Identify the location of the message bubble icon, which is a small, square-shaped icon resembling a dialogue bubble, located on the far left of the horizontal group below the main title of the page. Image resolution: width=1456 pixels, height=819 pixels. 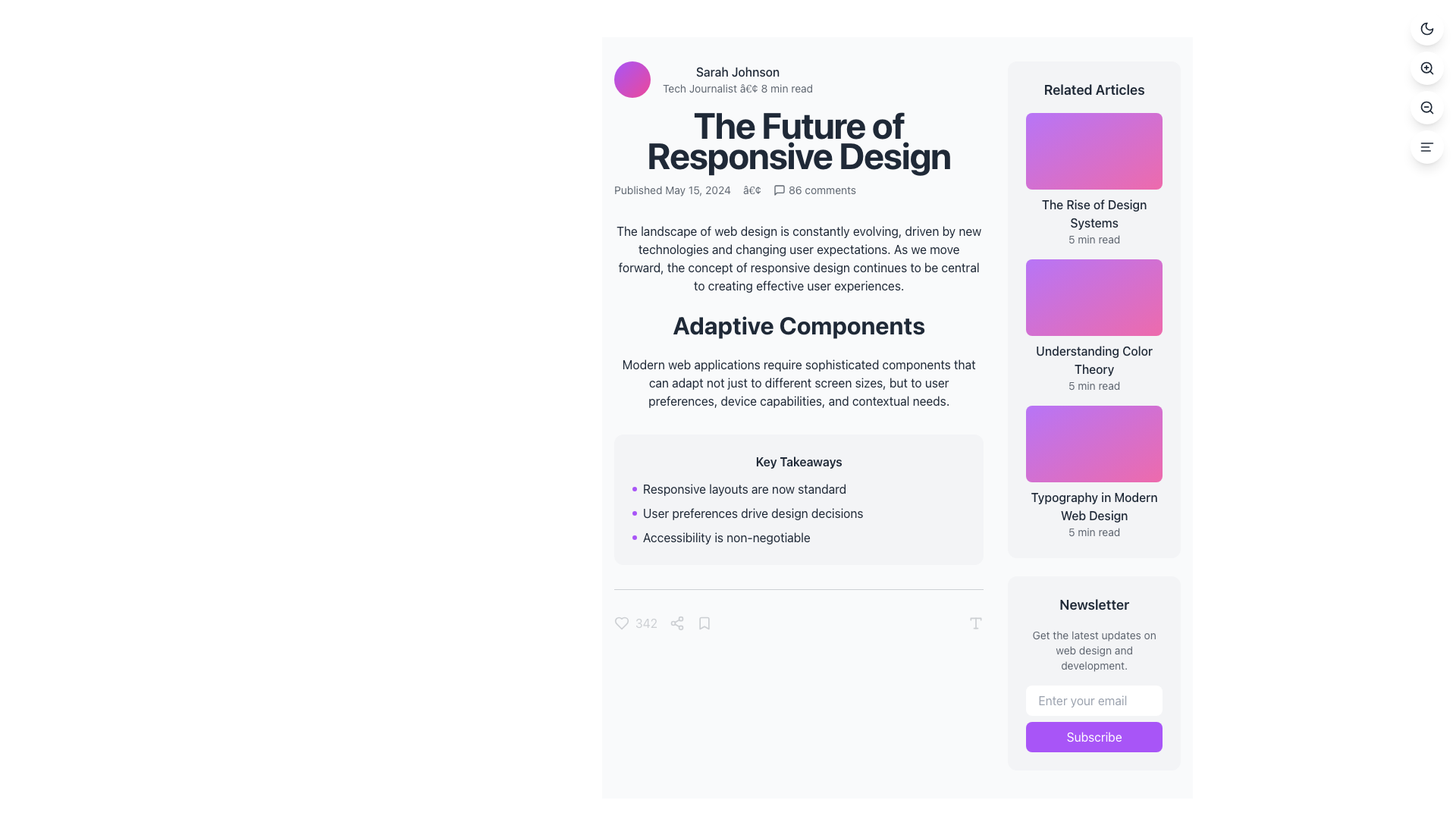
(779, 189).